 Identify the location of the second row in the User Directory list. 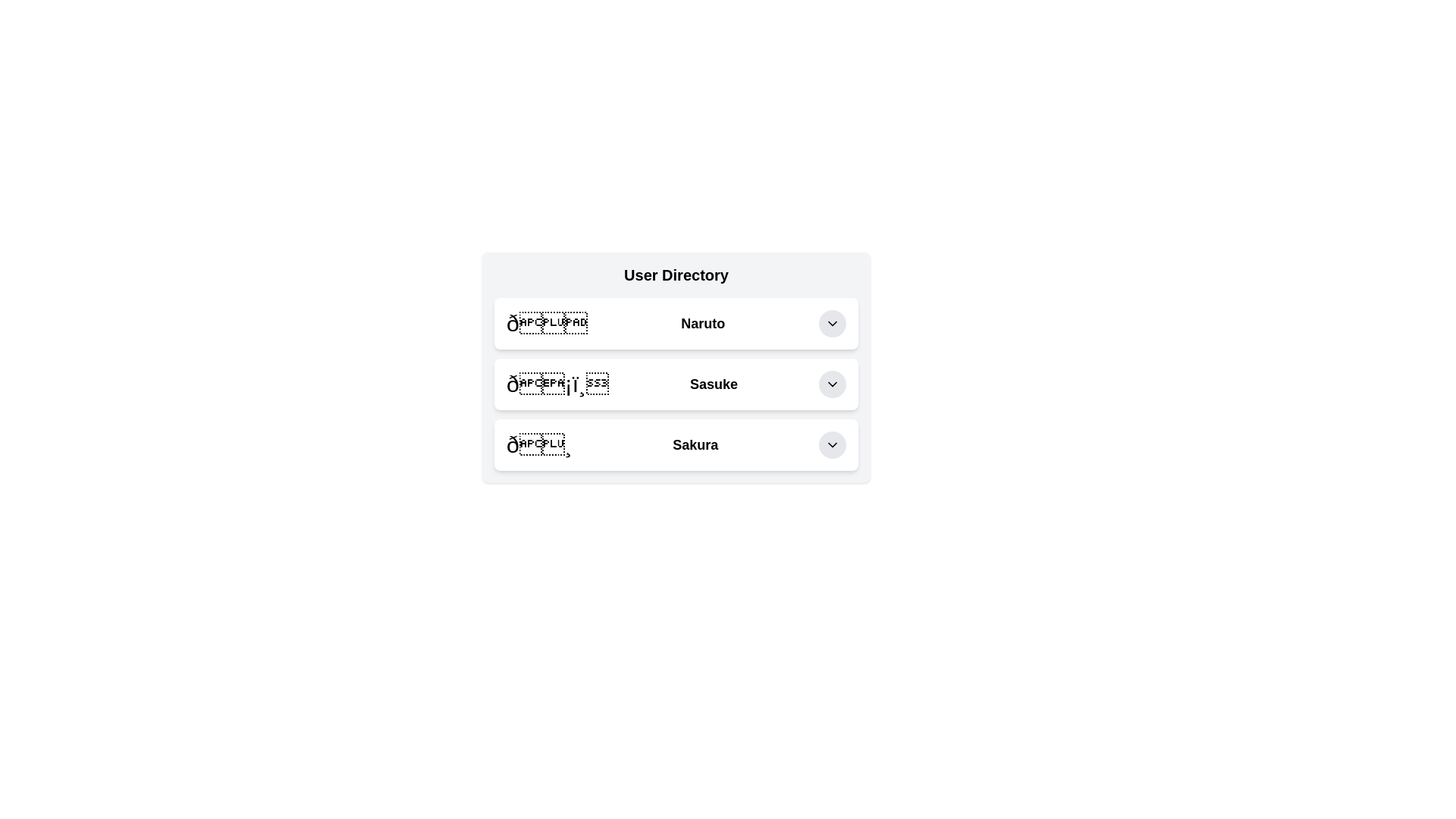
(676, 368).